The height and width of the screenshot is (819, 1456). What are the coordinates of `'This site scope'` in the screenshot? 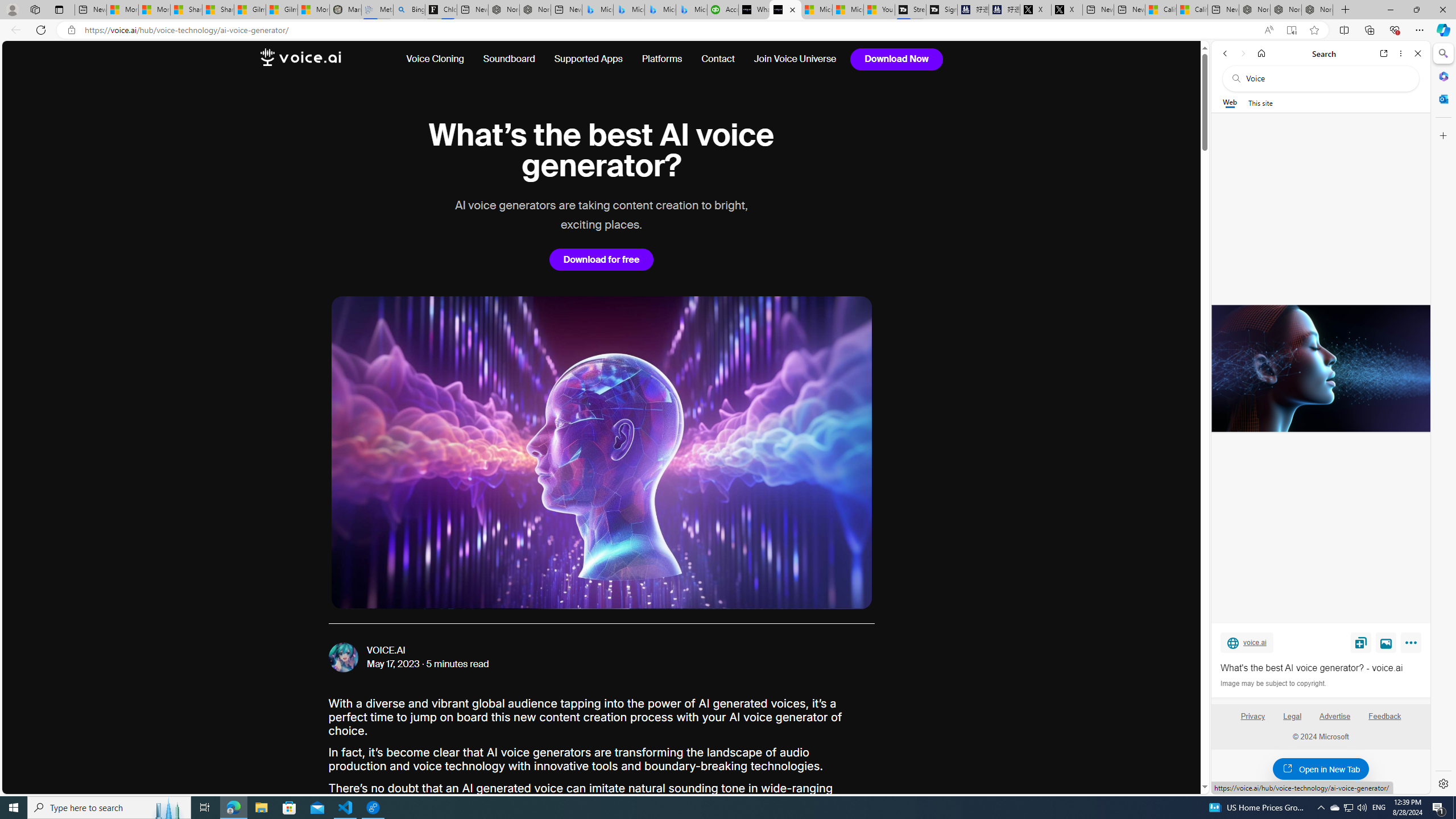 It's located at (1259, 102).